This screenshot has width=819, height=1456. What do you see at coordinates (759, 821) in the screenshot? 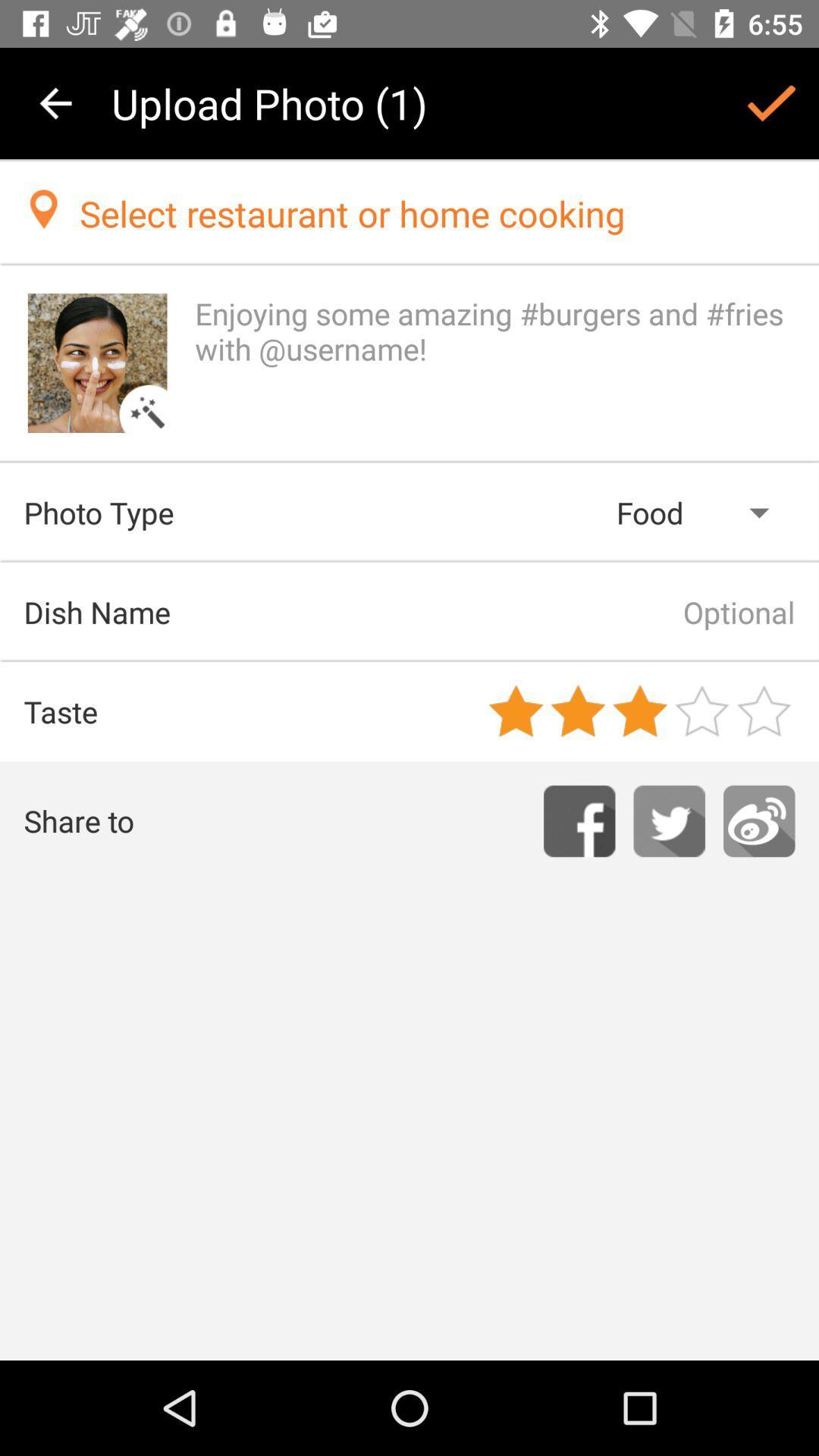
I see `tap to share` at bounding box center [759, 821].